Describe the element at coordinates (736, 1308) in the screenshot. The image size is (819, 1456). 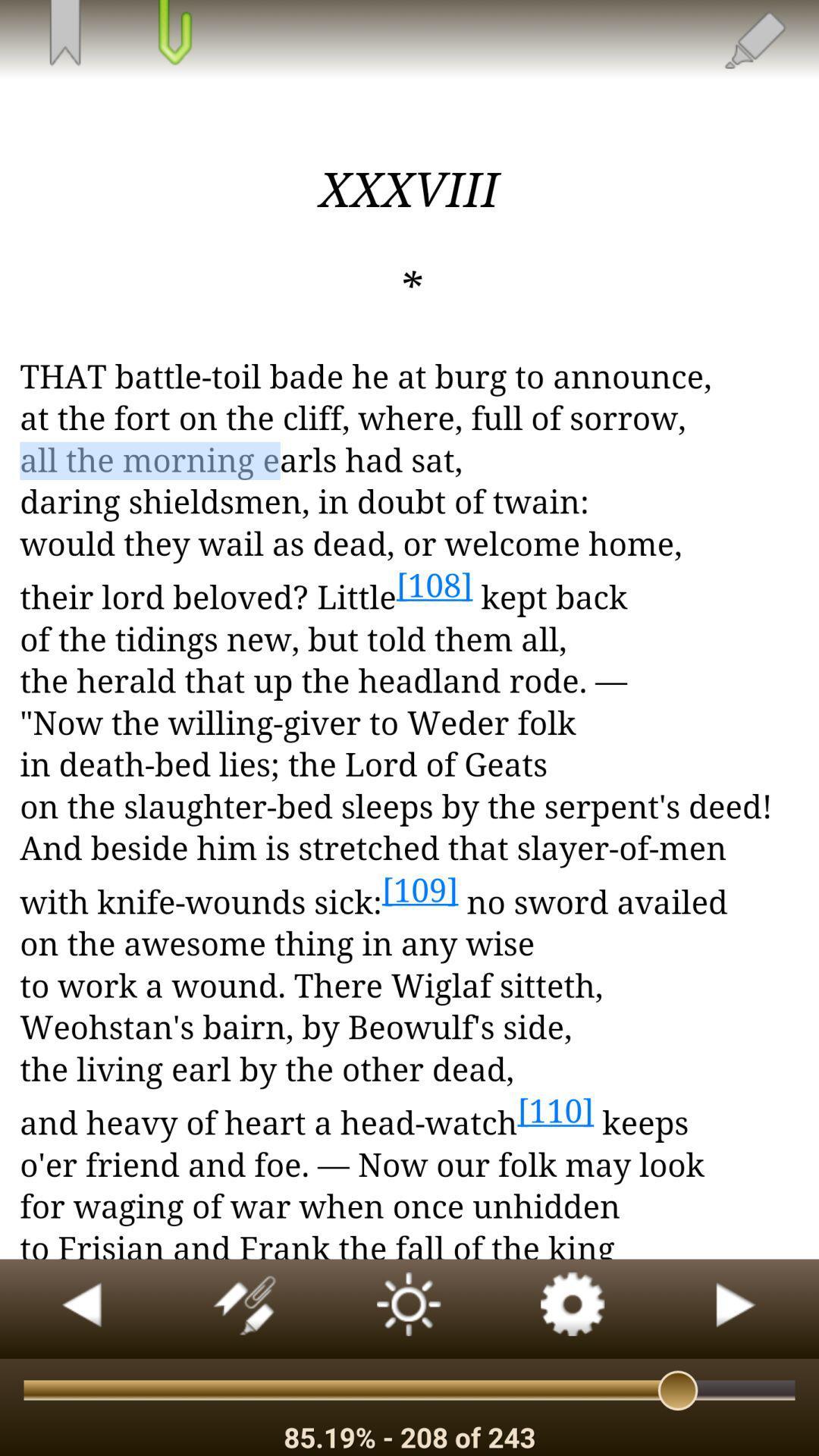
I see `next page` at that location.